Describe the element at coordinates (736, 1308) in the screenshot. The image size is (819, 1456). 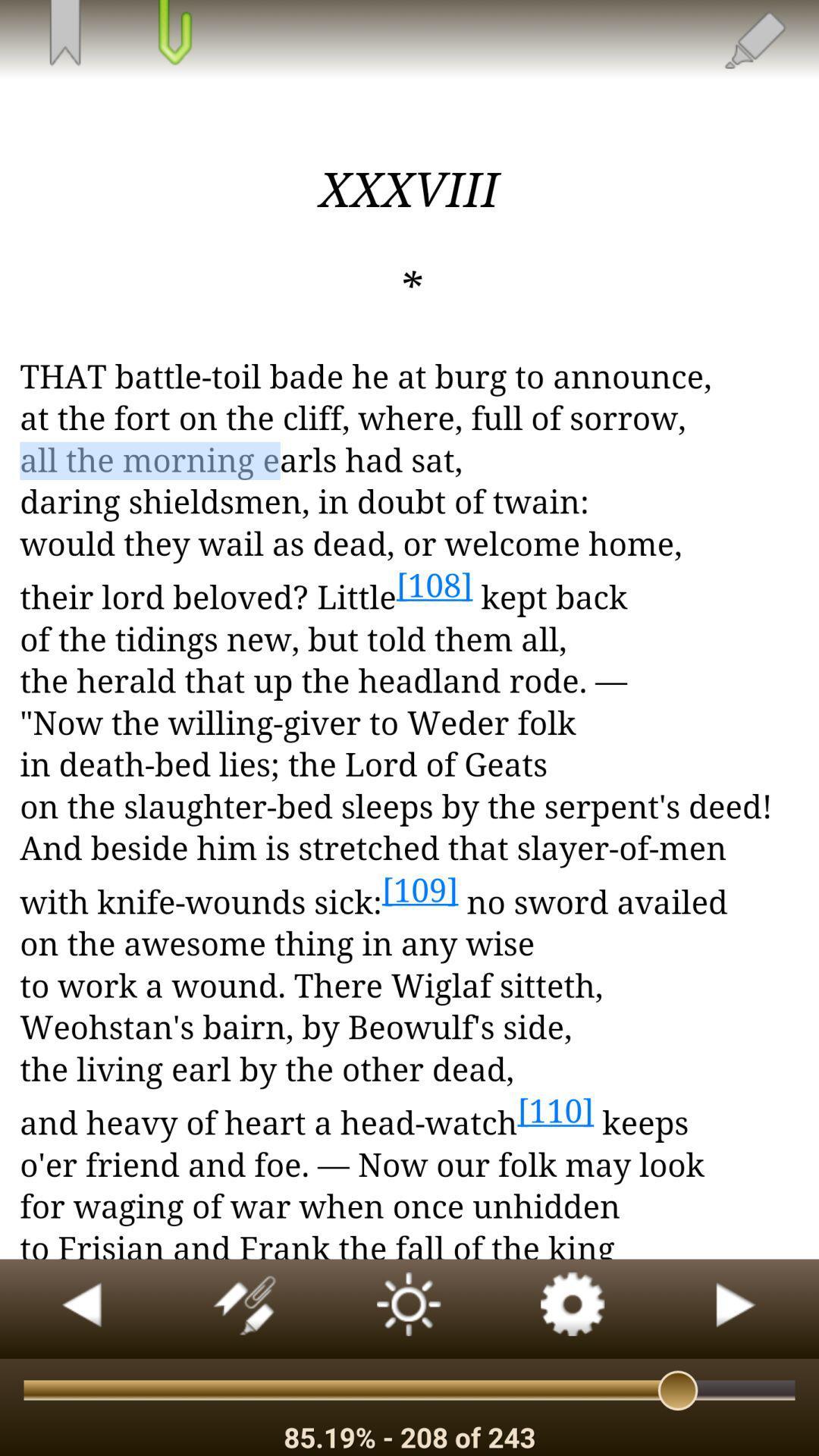
I see `next page` at that location.